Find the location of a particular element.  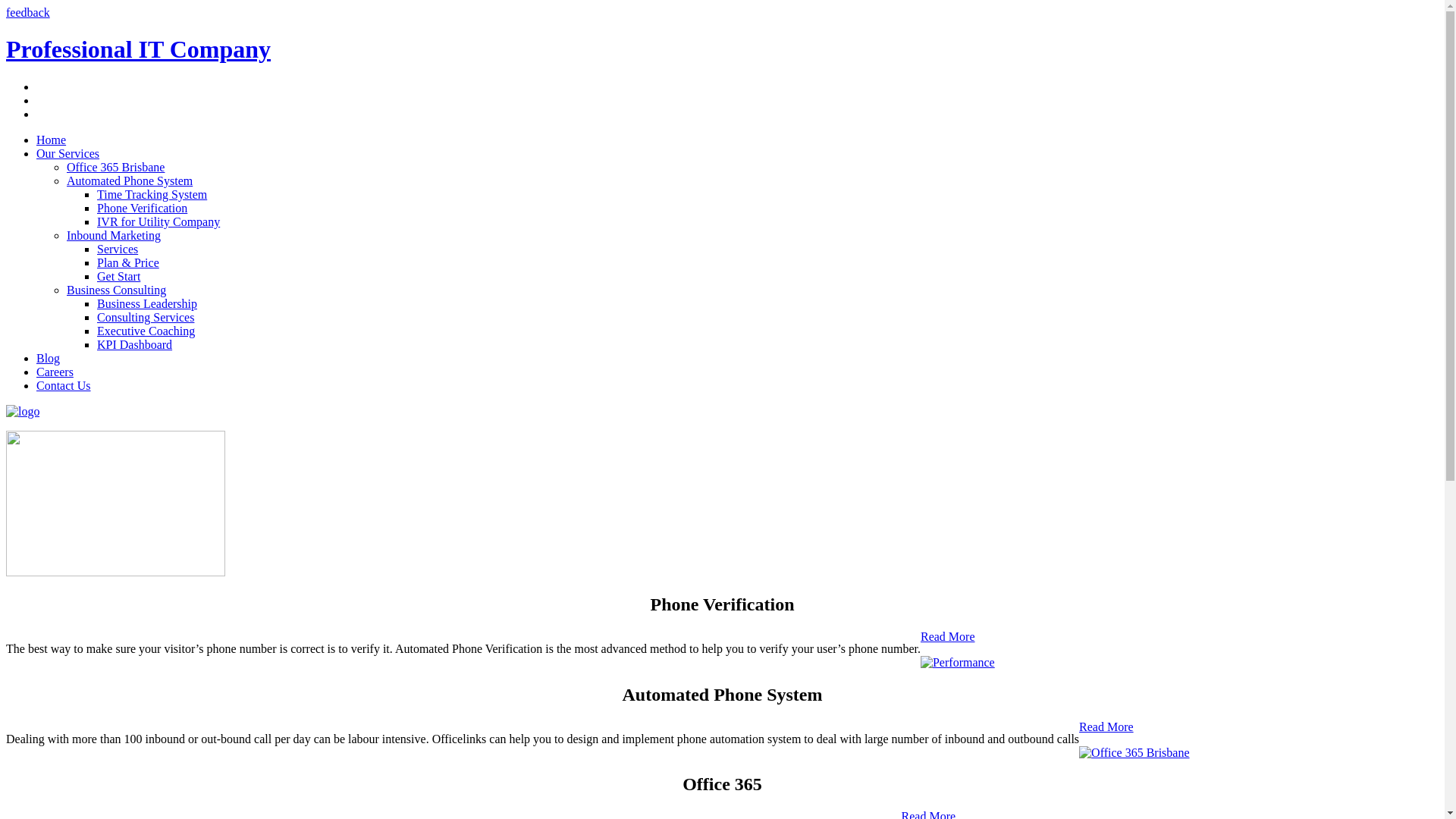

'Professional IT Company' is located at coordinates (138, 49).